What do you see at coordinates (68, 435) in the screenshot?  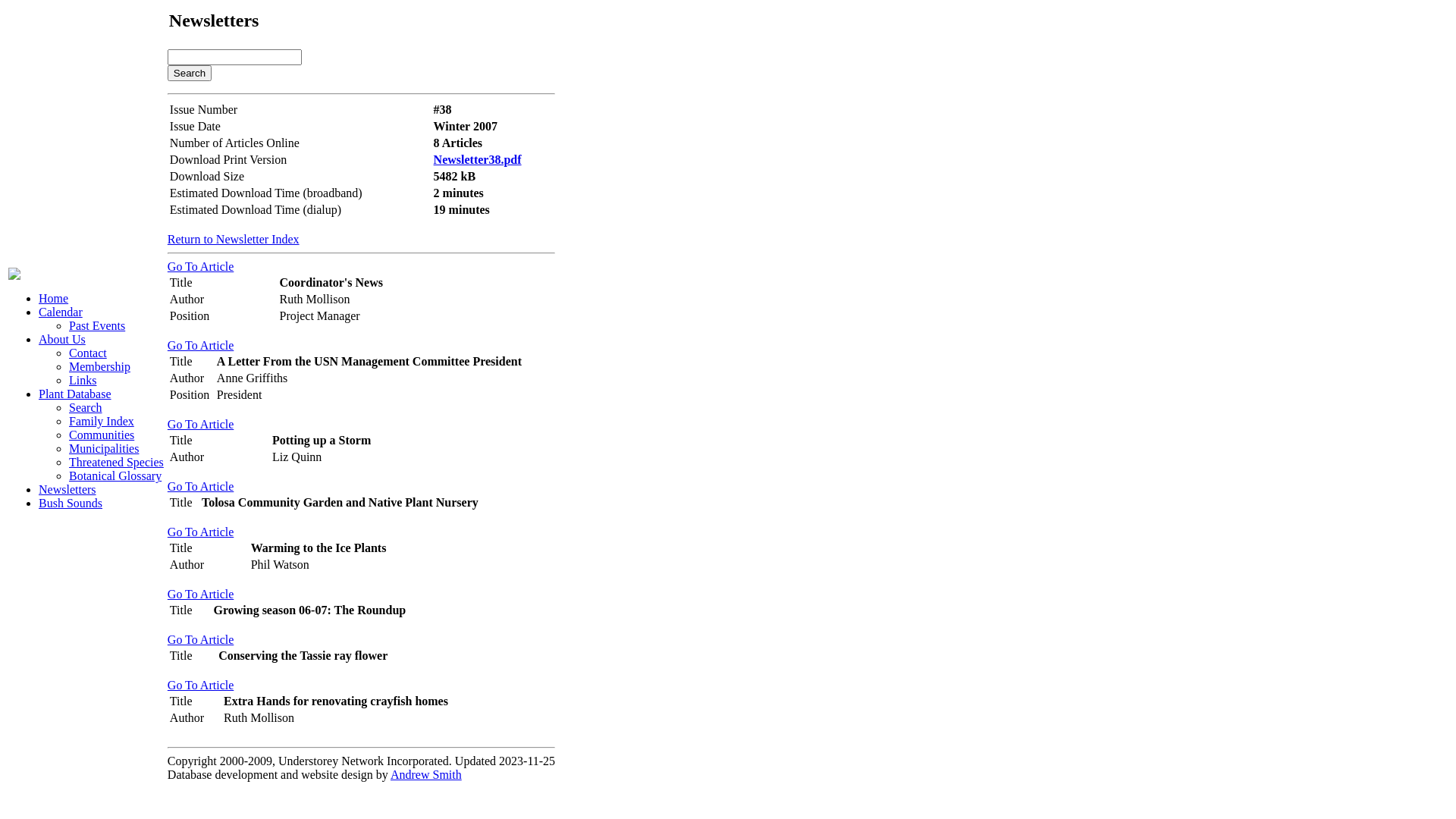 I see `'Communities'` at bounding box center [68, 435].